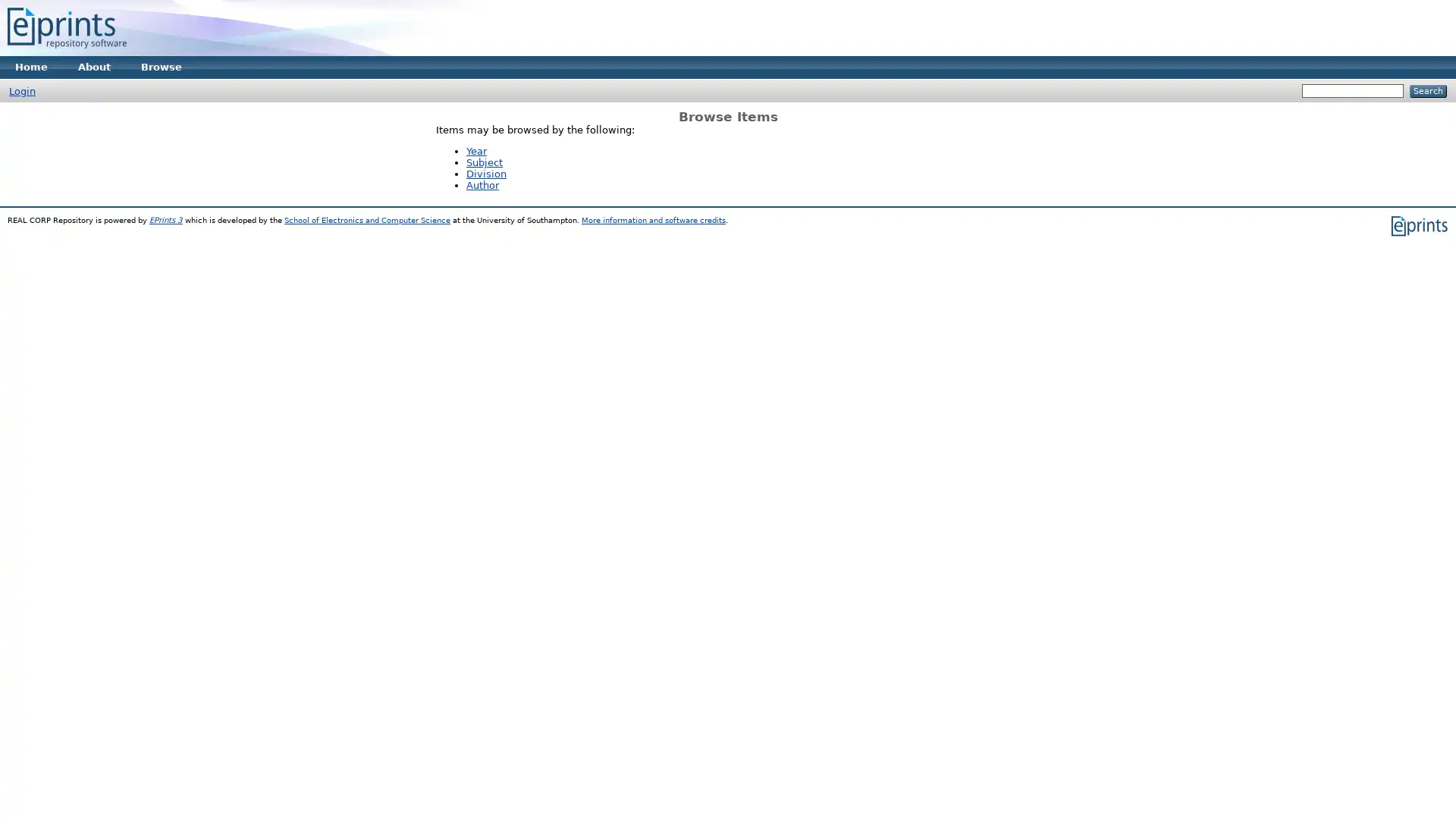 The height and width of the screenshot is (819, 1456). Describe the element at coordinates (1427, 91) in the screenshot. I see `Search` at that location.